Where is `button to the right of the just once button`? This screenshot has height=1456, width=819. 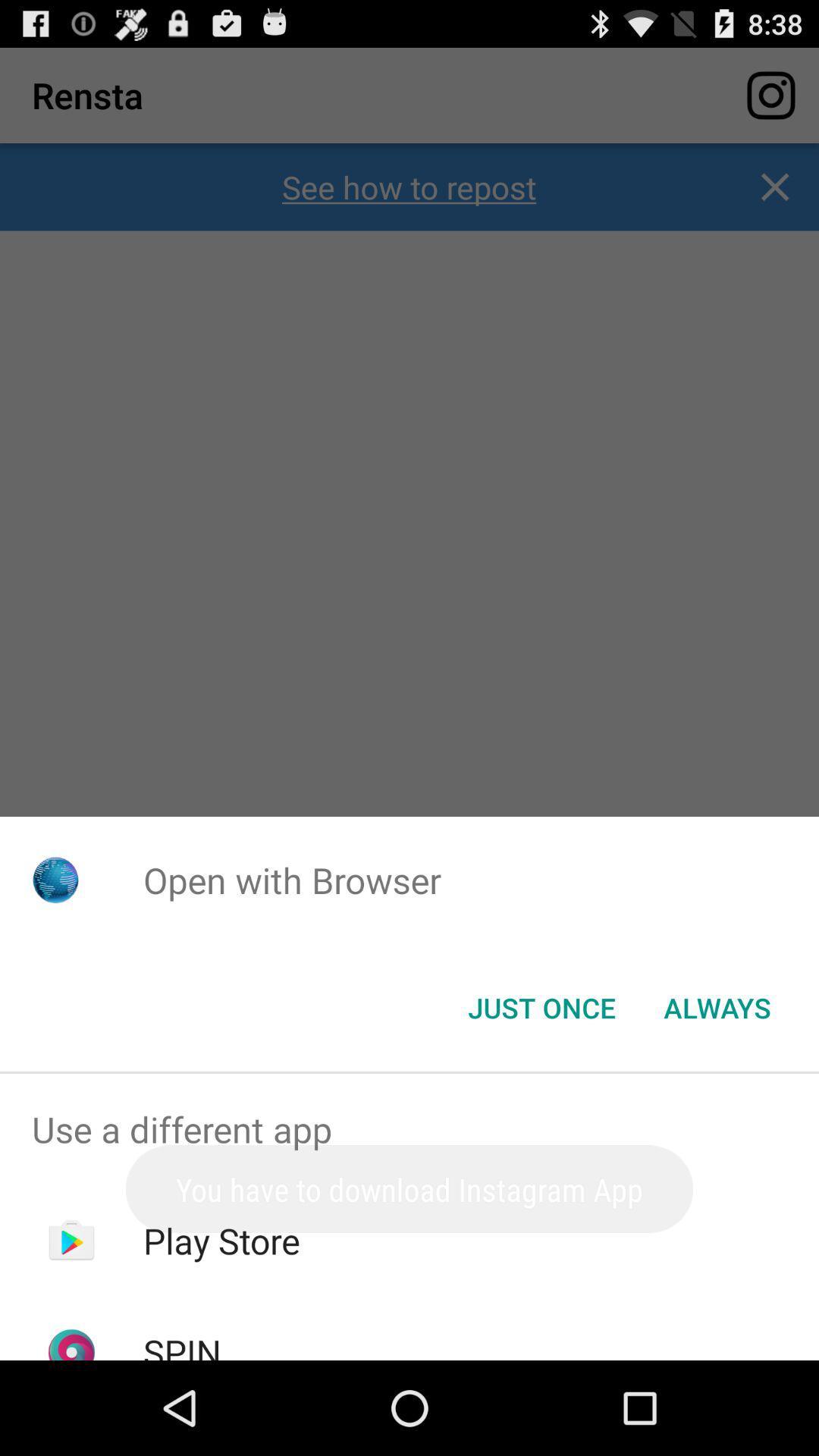 button to the right of the just once button is located at coordinates (717, 1008).